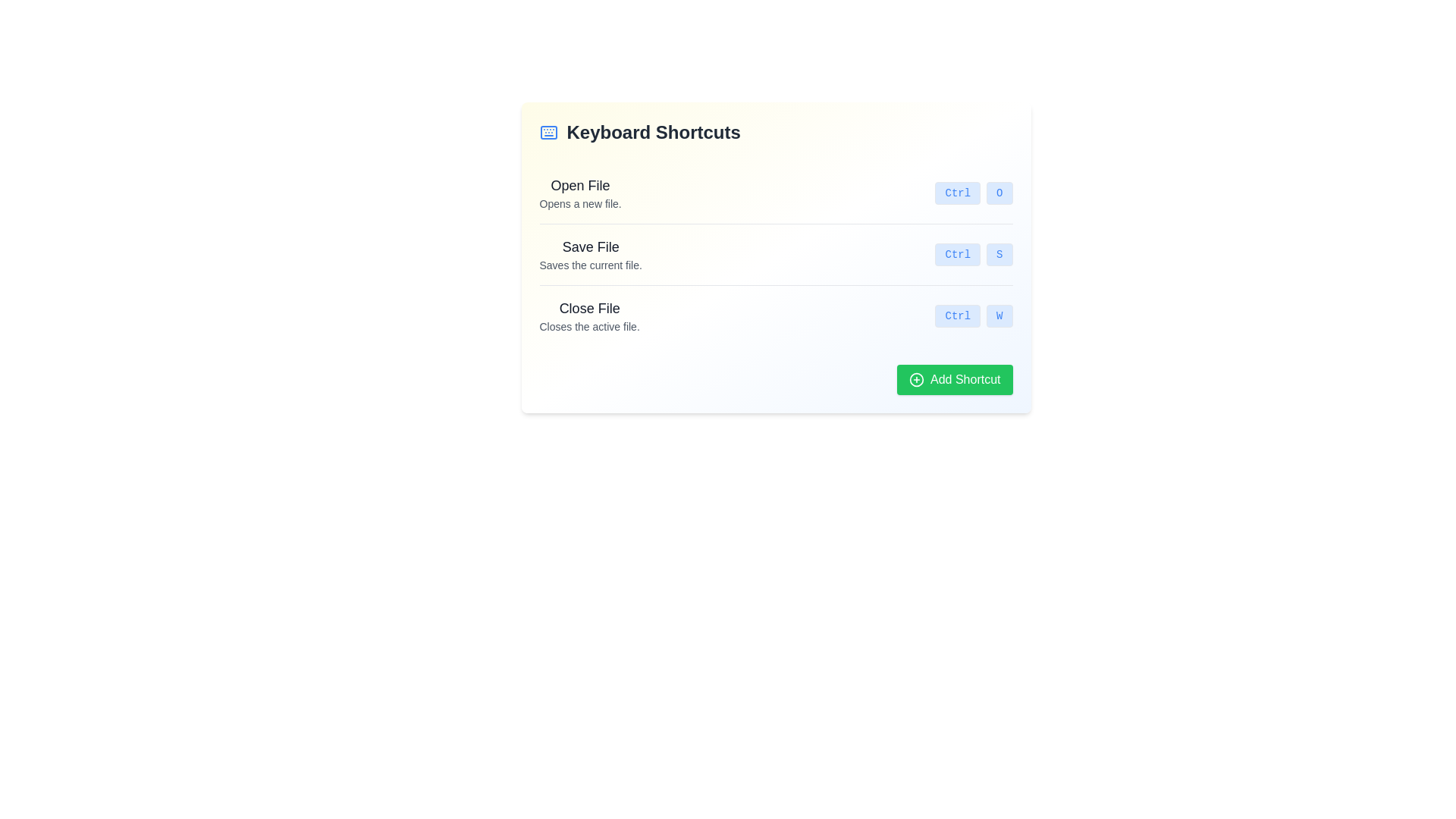  I want to click on the small rectangular button with a light blue background containing a bold 'S' character, styled in a monospace font, located in the second row of keyboard shortcuts, so click(999, 253).